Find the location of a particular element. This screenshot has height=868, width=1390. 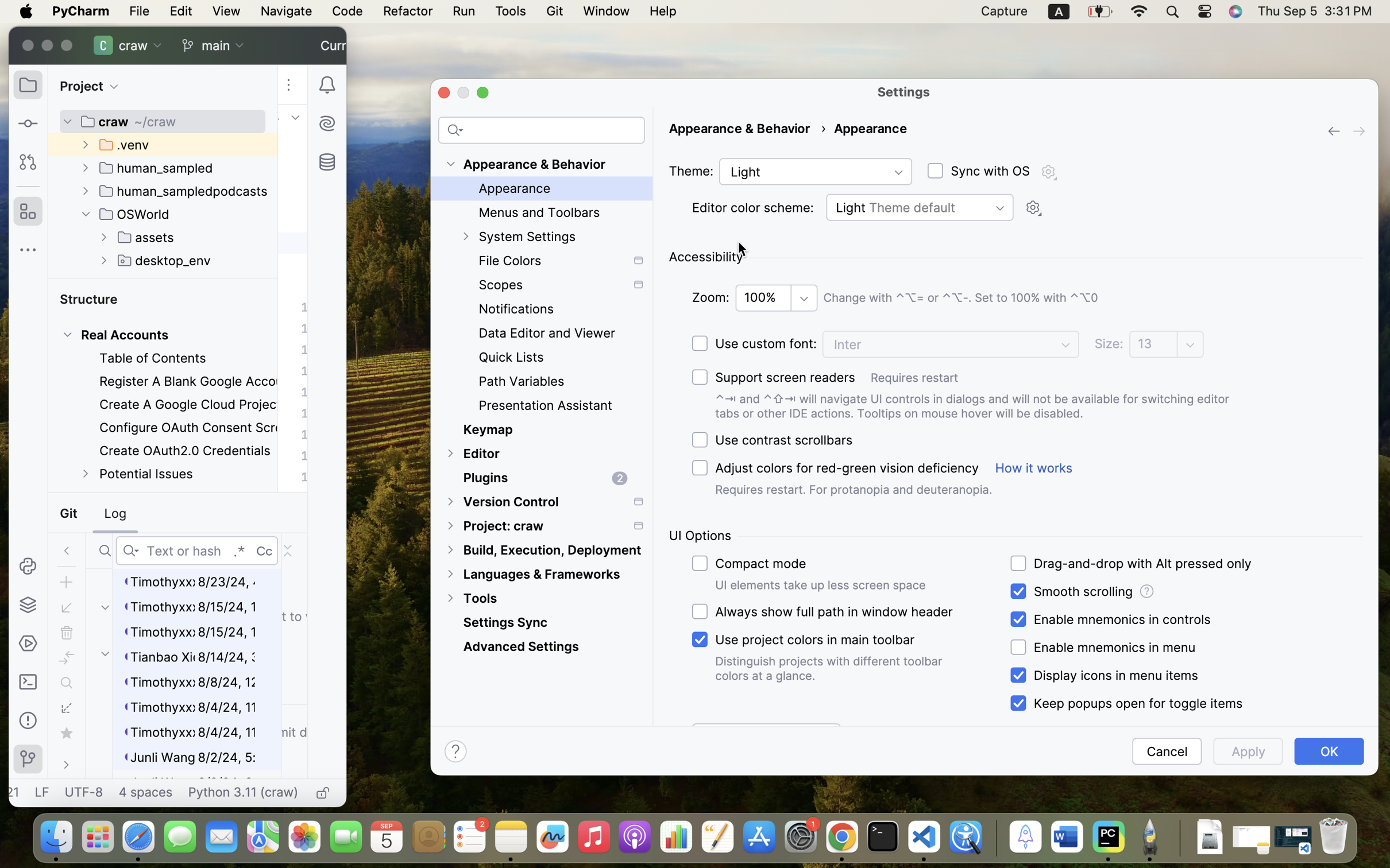

'Theme:' is located at coordinates (690, 170).